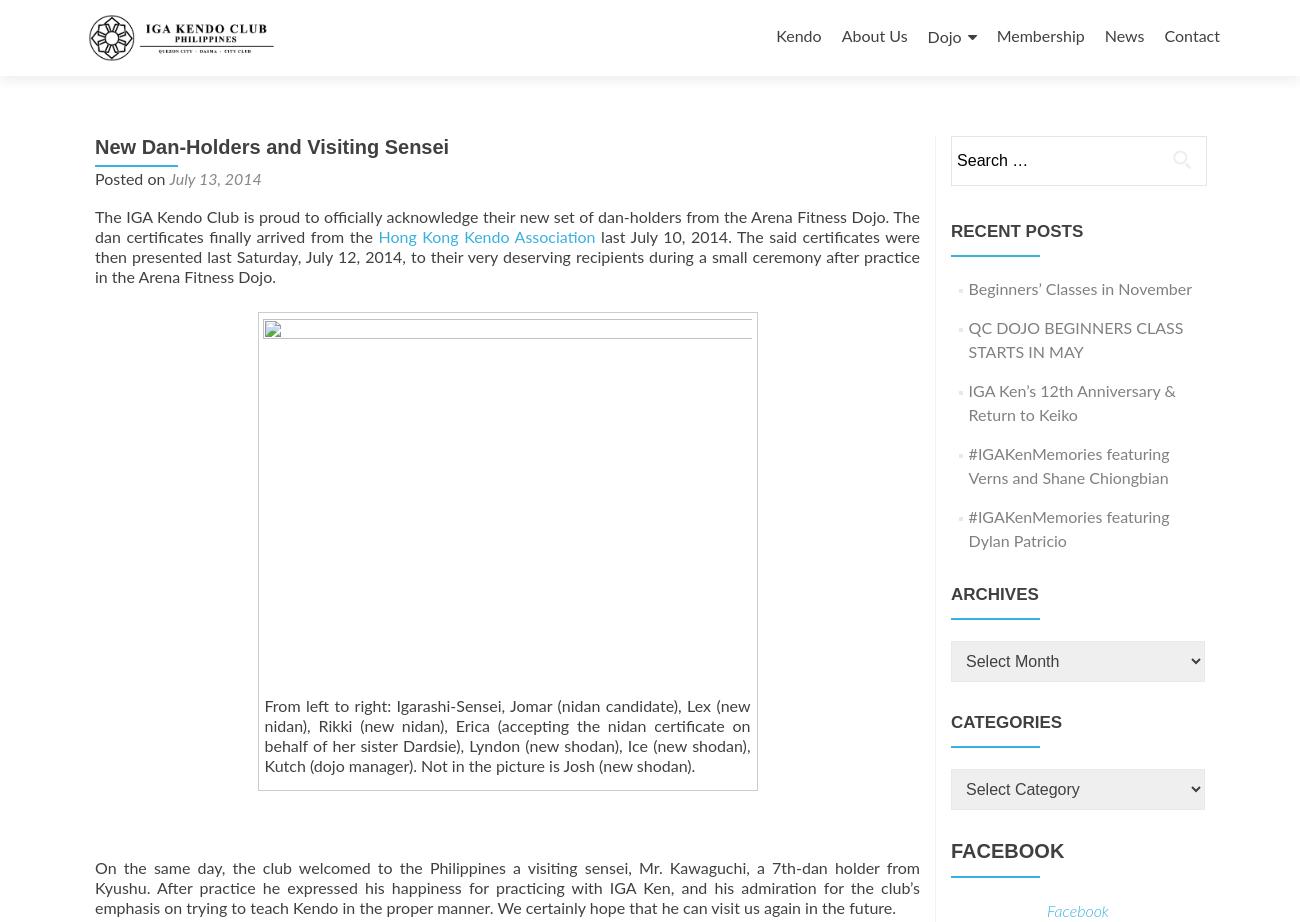 This screenshot has height=922, width=1300. What do you see at coordinates (1164, 36) in the screenshot?
I see `'Contact'` at bounding box center [1164, 36].